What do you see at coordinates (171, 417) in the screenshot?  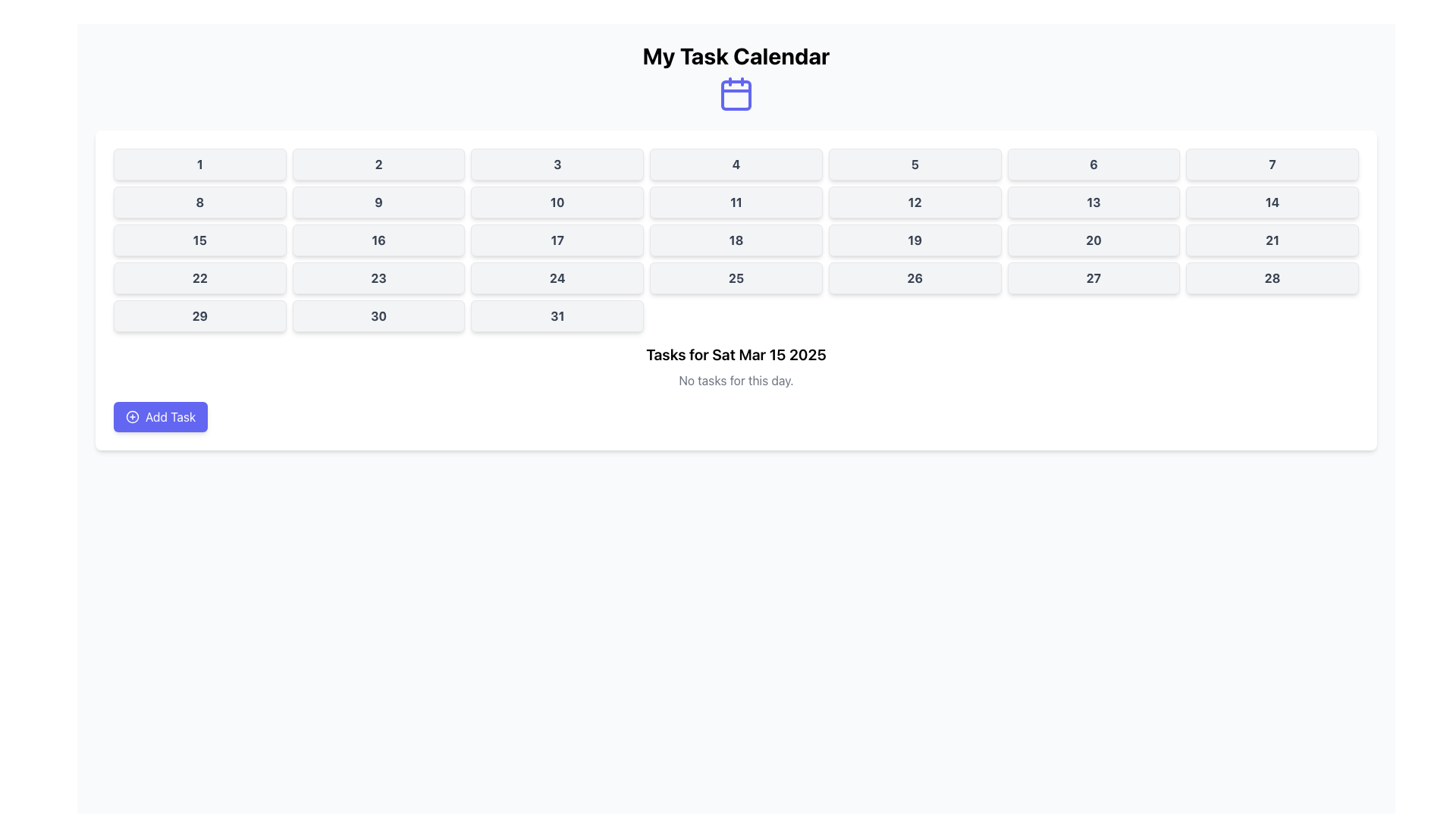 I see `the 'Add Task' text label located within the 'Add Task' button, which is positioned in the lower-left part of the layout under the calendar display` at bounding box center [171, 417].